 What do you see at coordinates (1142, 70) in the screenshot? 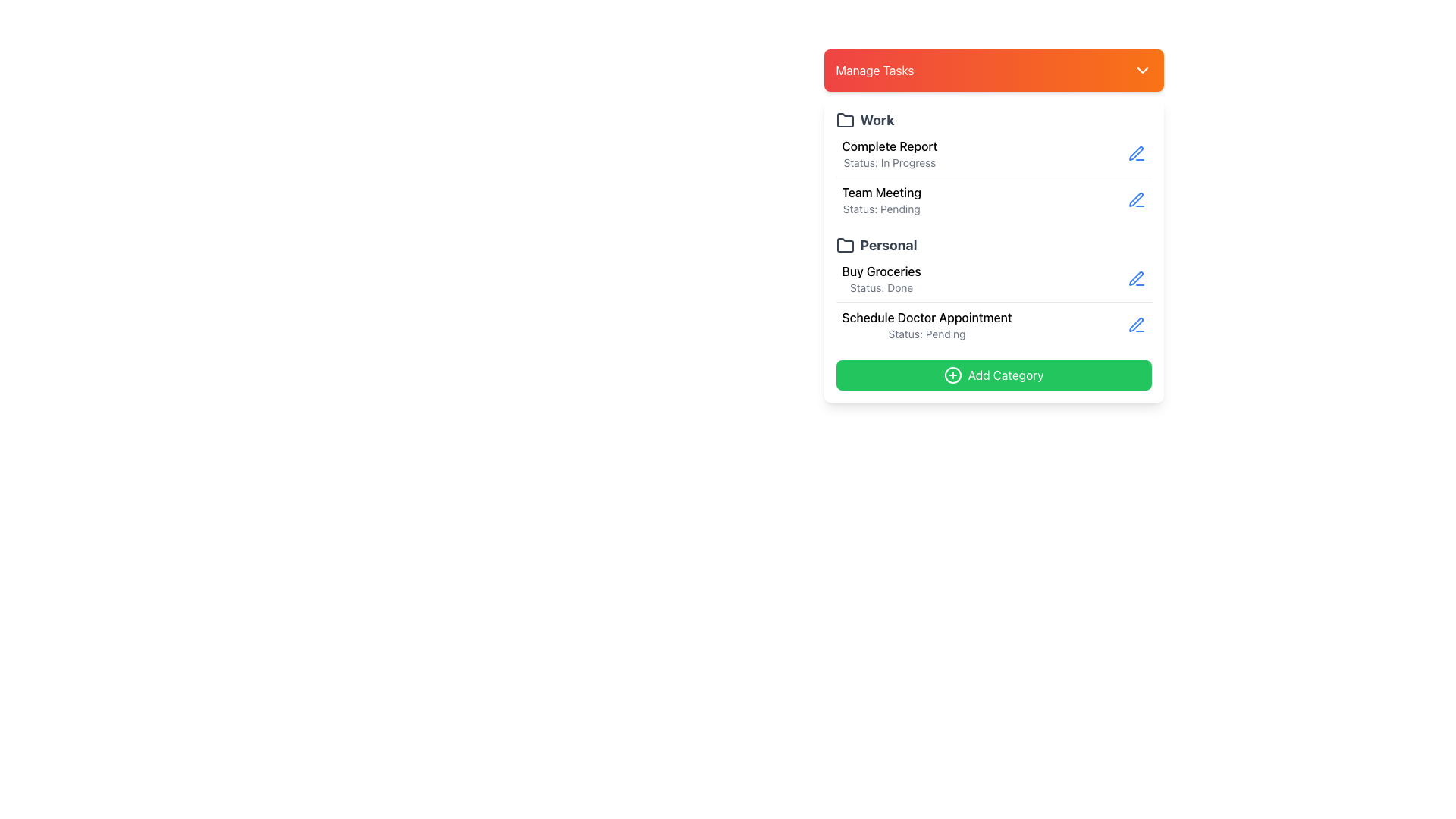
I see `the chevron icon located at the top-right corner of the 'Manage Tasks' orange header bar` at bounding box center [1142, 70].